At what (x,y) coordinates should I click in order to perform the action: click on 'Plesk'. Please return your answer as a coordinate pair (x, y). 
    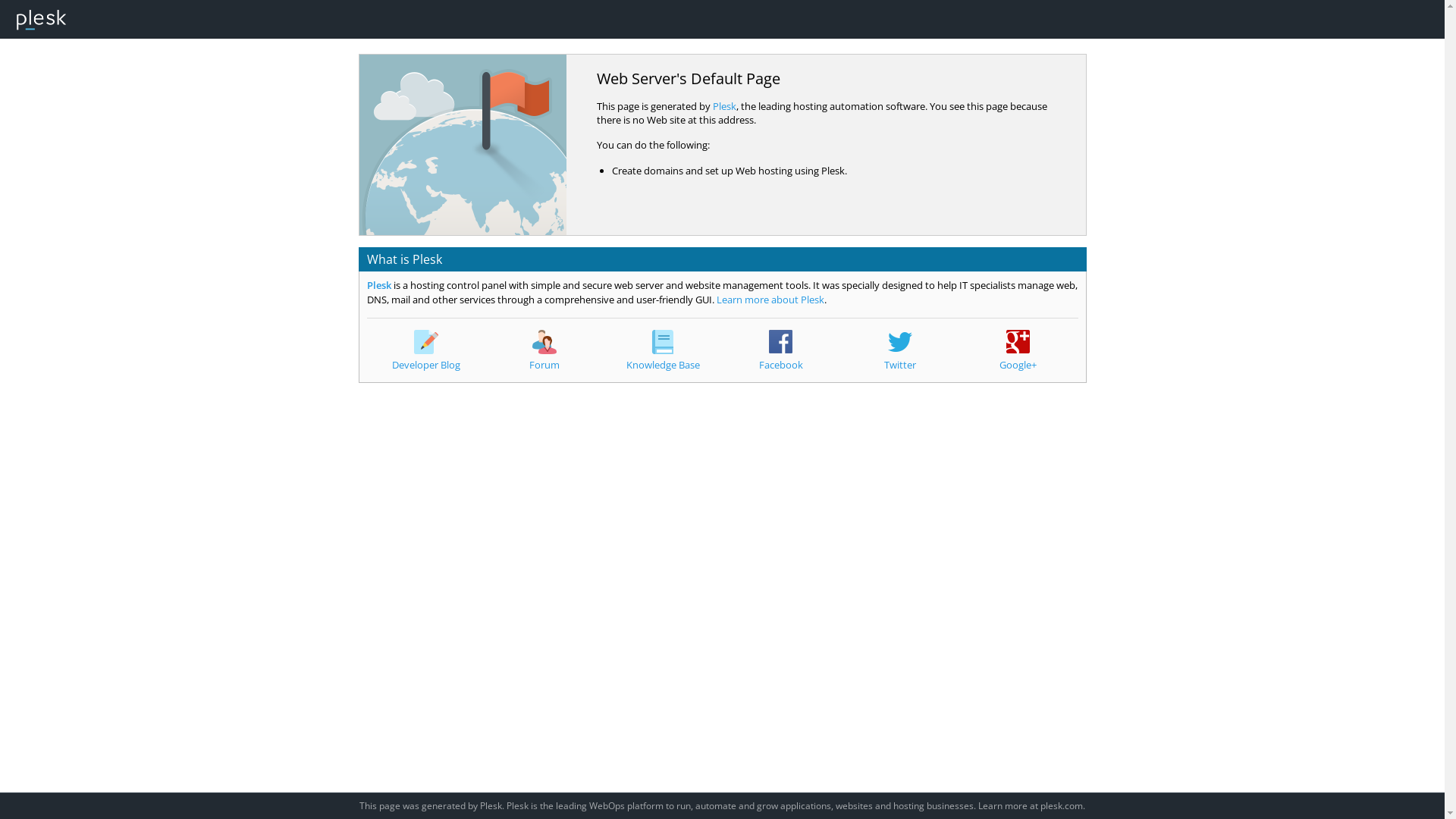
    Looking at the image, I should click on (378, 284).